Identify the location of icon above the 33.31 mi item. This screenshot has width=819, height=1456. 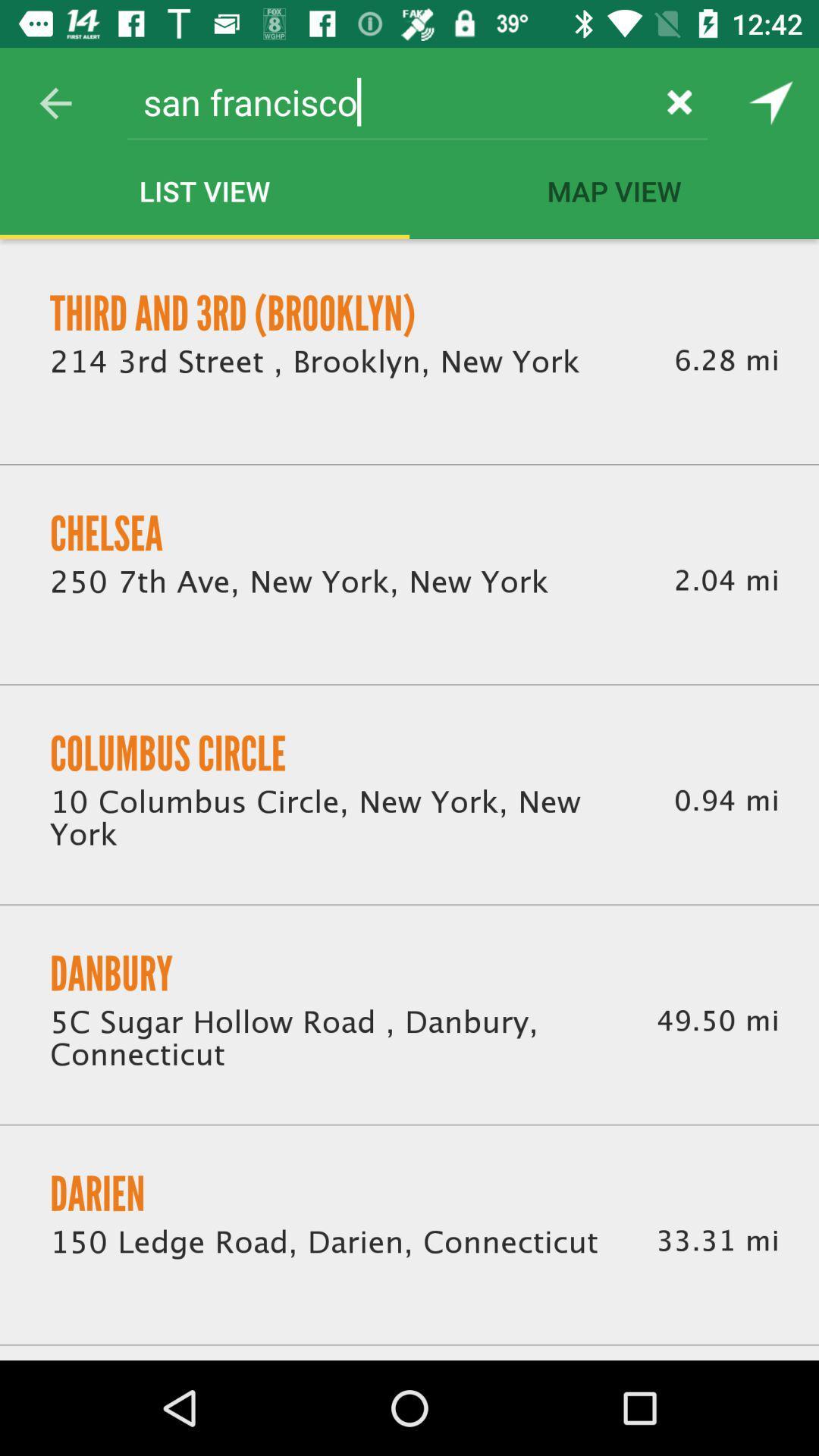
(717, 1021).